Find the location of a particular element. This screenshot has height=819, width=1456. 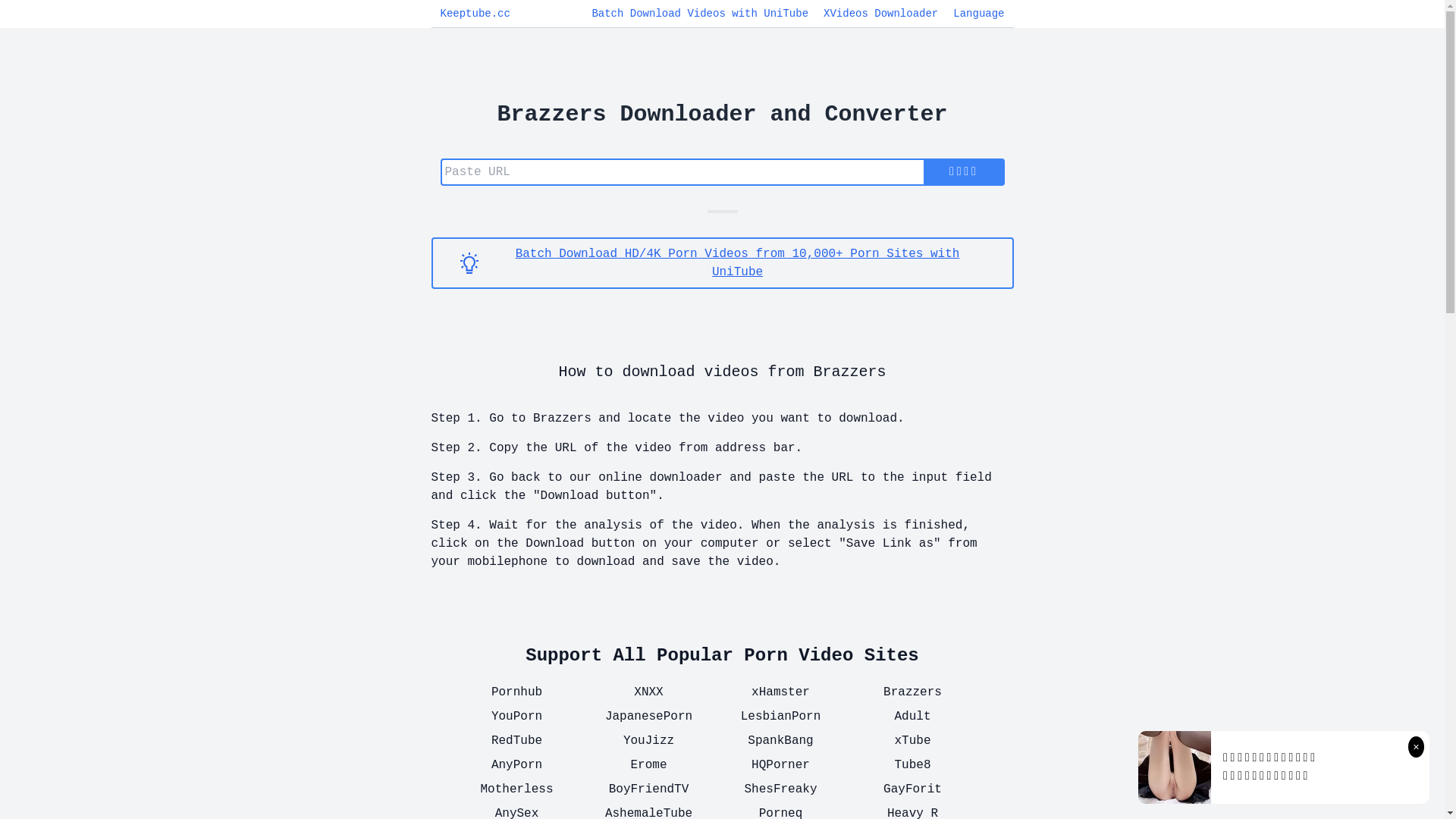

'ShesFreaky' is located at coordinates (780, 789).